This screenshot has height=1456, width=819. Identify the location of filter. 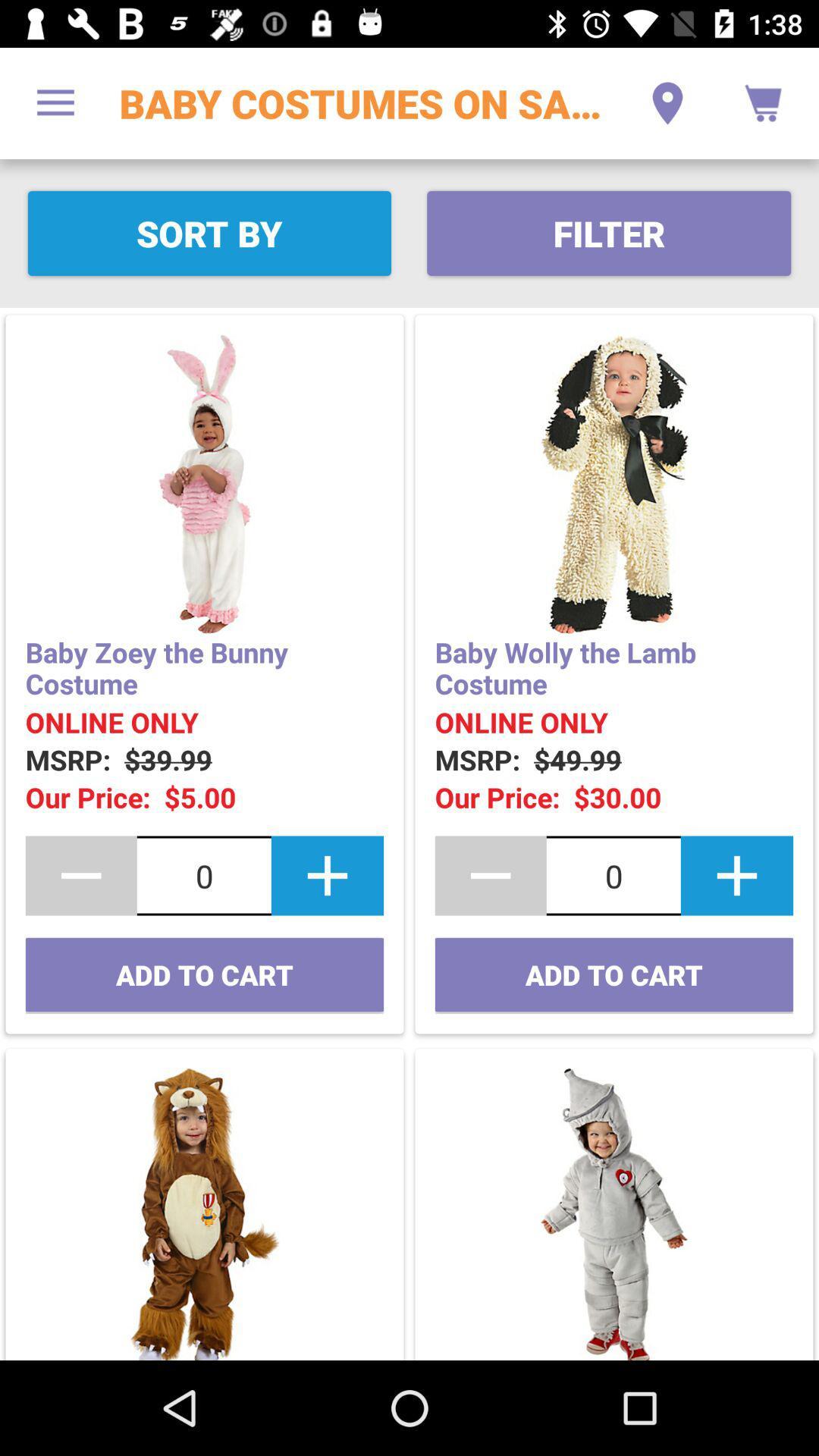
(608, 232).